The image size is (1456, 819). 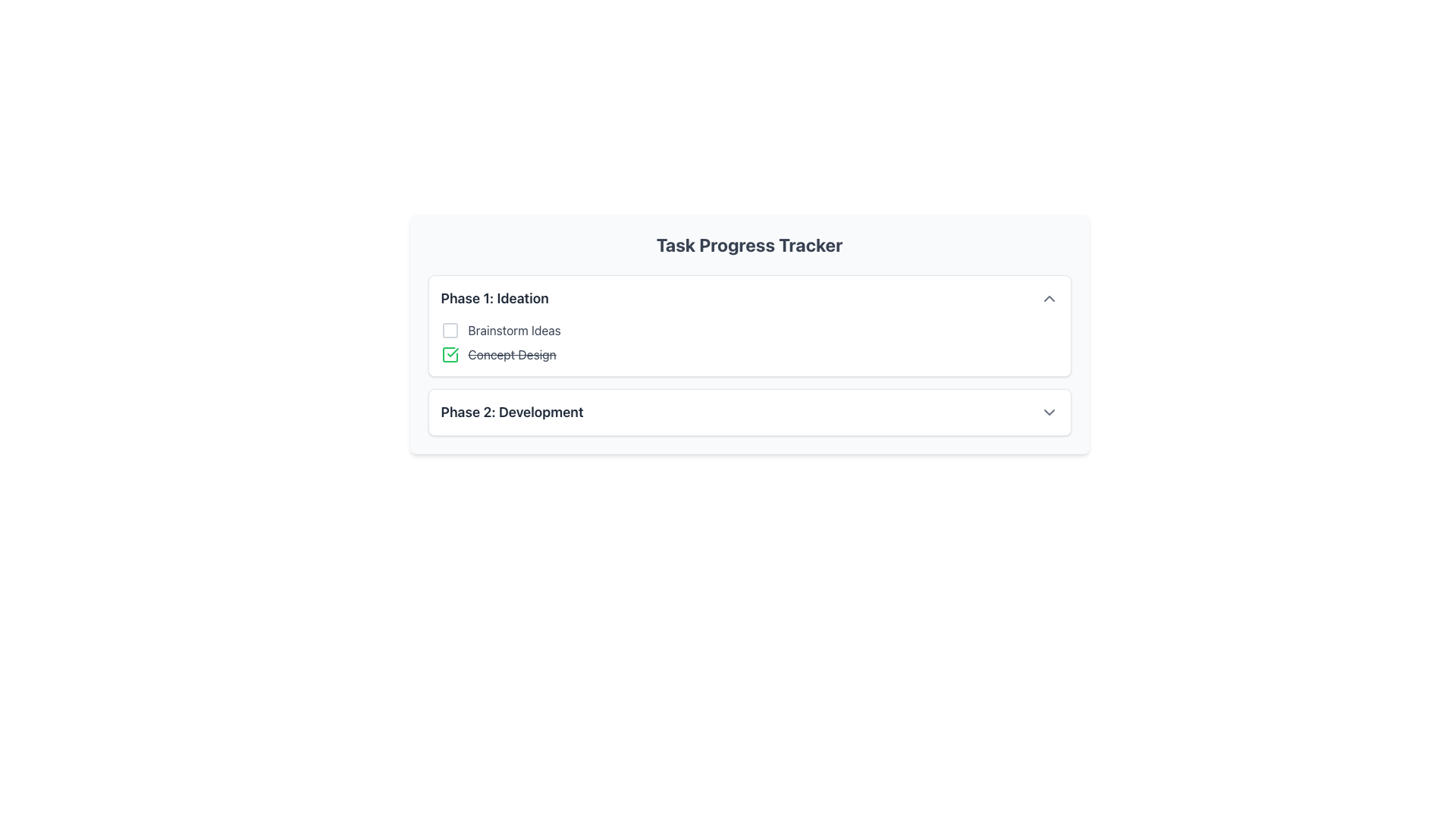 I want to click on the Icon Button for the 'Phase 2: Development' section to observe visual changes, so click(x=1048, y=412).